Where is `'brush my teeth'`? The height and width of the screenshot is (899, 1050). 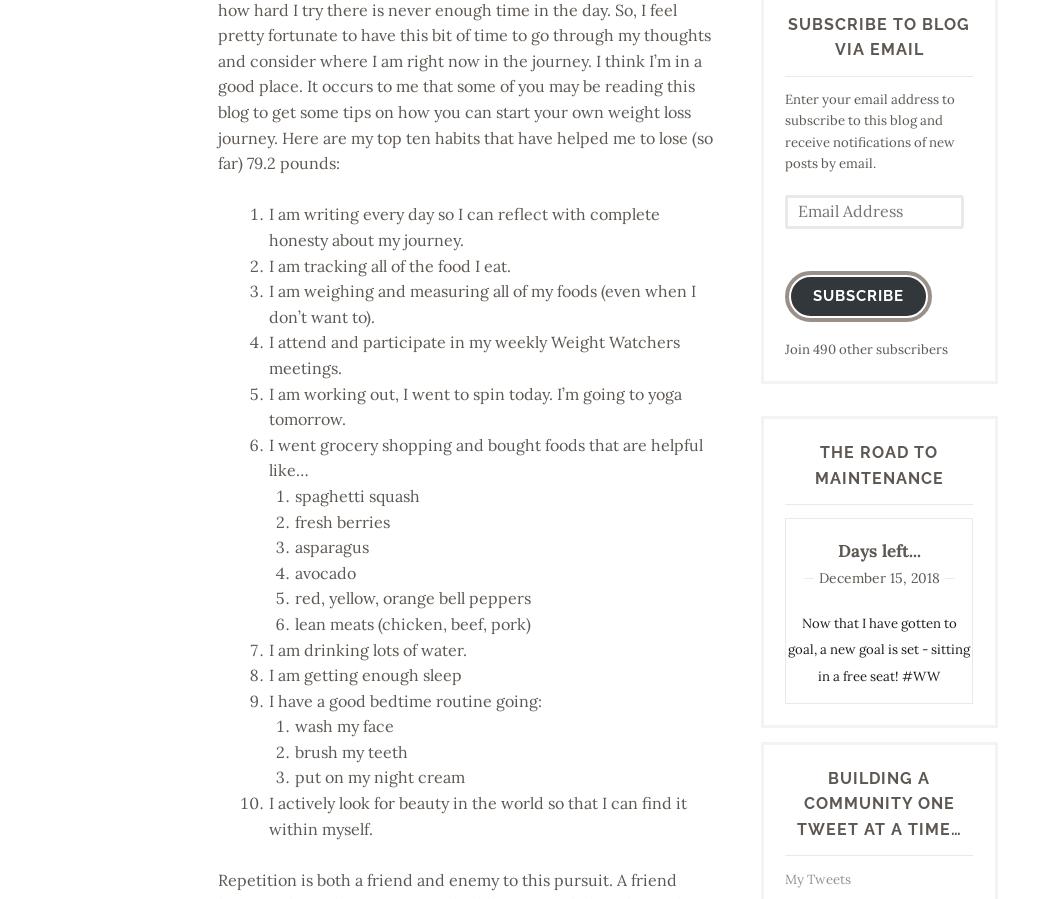
'brush my teeth' is located at coordinates (349, 751).